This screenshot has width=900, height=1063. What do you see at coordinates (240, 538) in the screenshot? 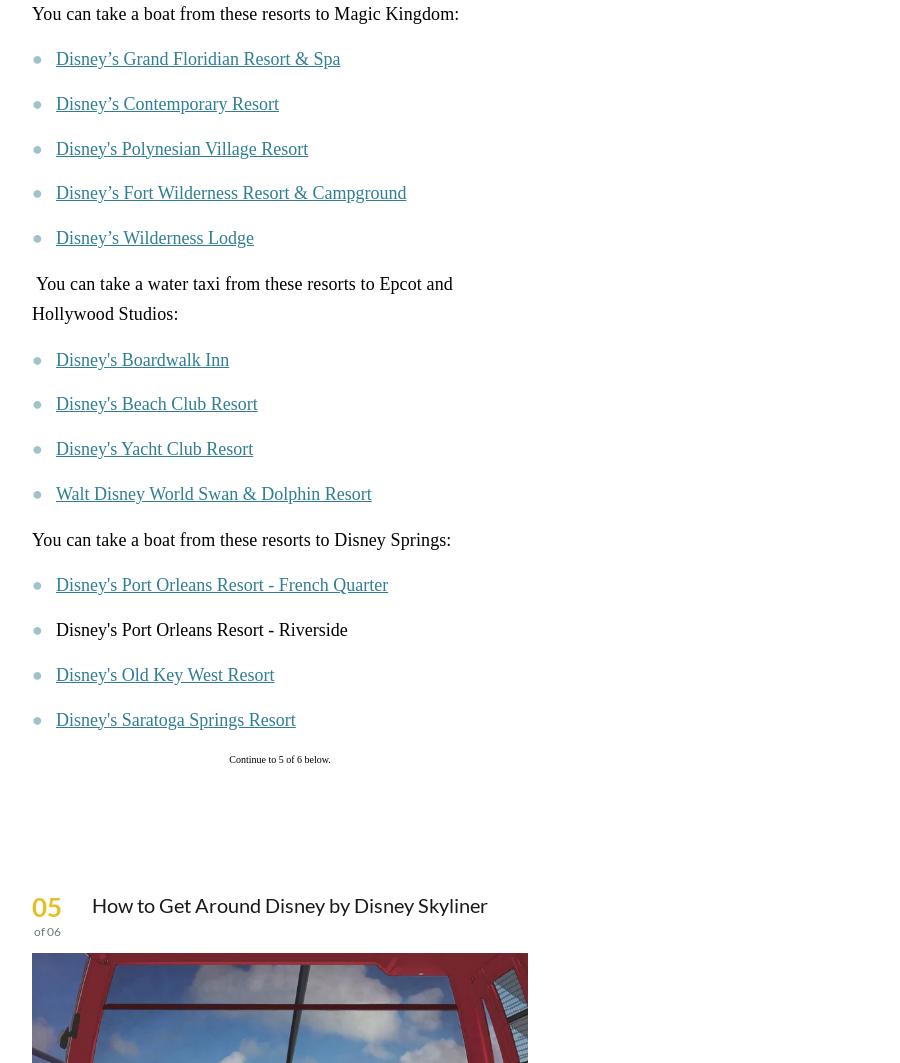
I see `'You can take a boat from these resorts to Disney Springs:'` at bounding box center [240, 538].